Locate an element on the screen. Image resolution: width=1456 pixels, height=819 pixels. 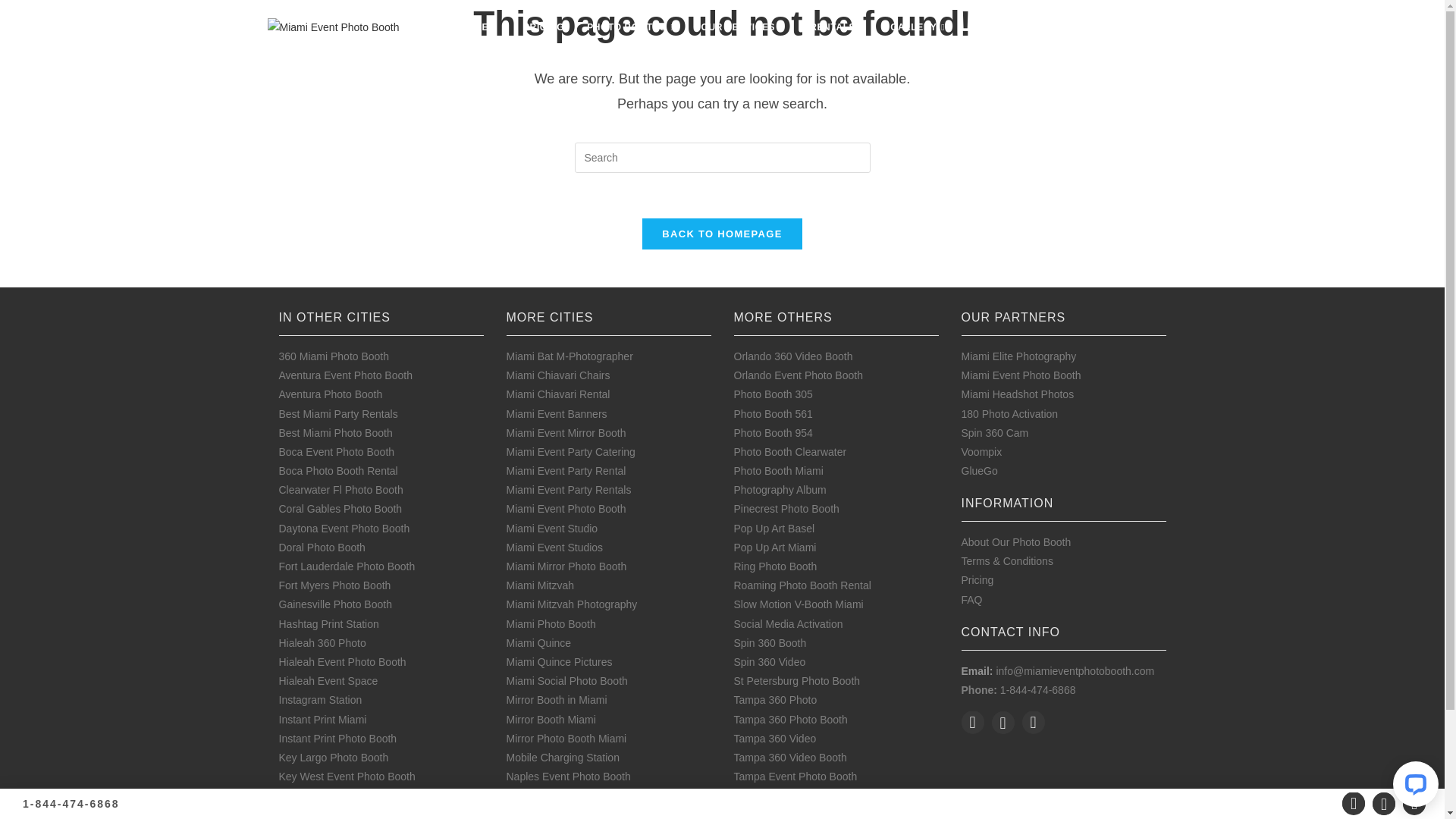
'Pricing' is located at coordinates (977, 579).